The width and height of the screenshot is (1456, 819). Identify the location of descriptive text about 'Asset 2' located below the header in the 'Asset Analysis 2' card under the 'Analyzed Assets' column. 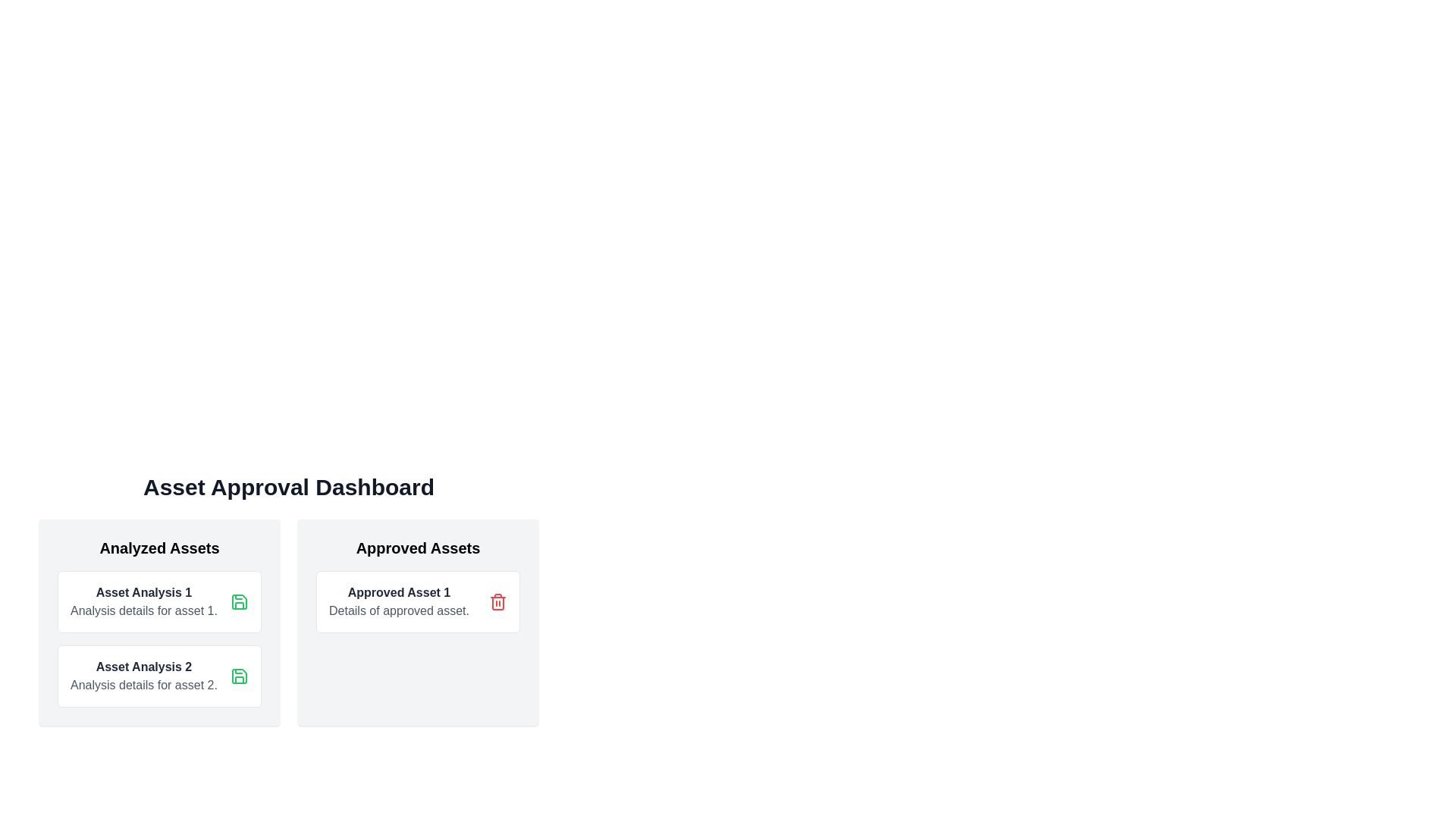
(143, 685).